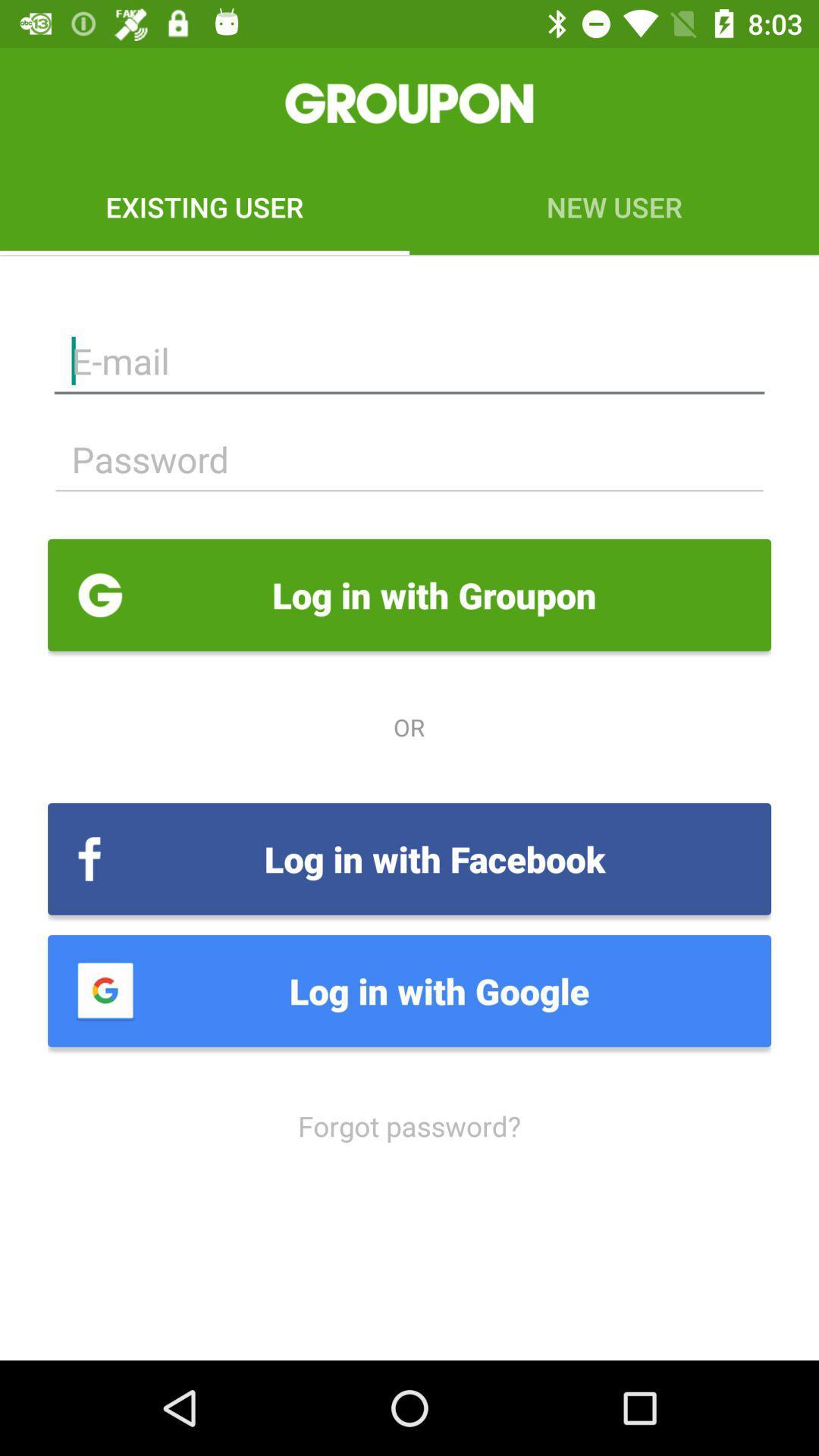  What do you see at coordinates (205, 206) in the screenshot?
I see `app next to new user app` at bounding box center [205, 206].